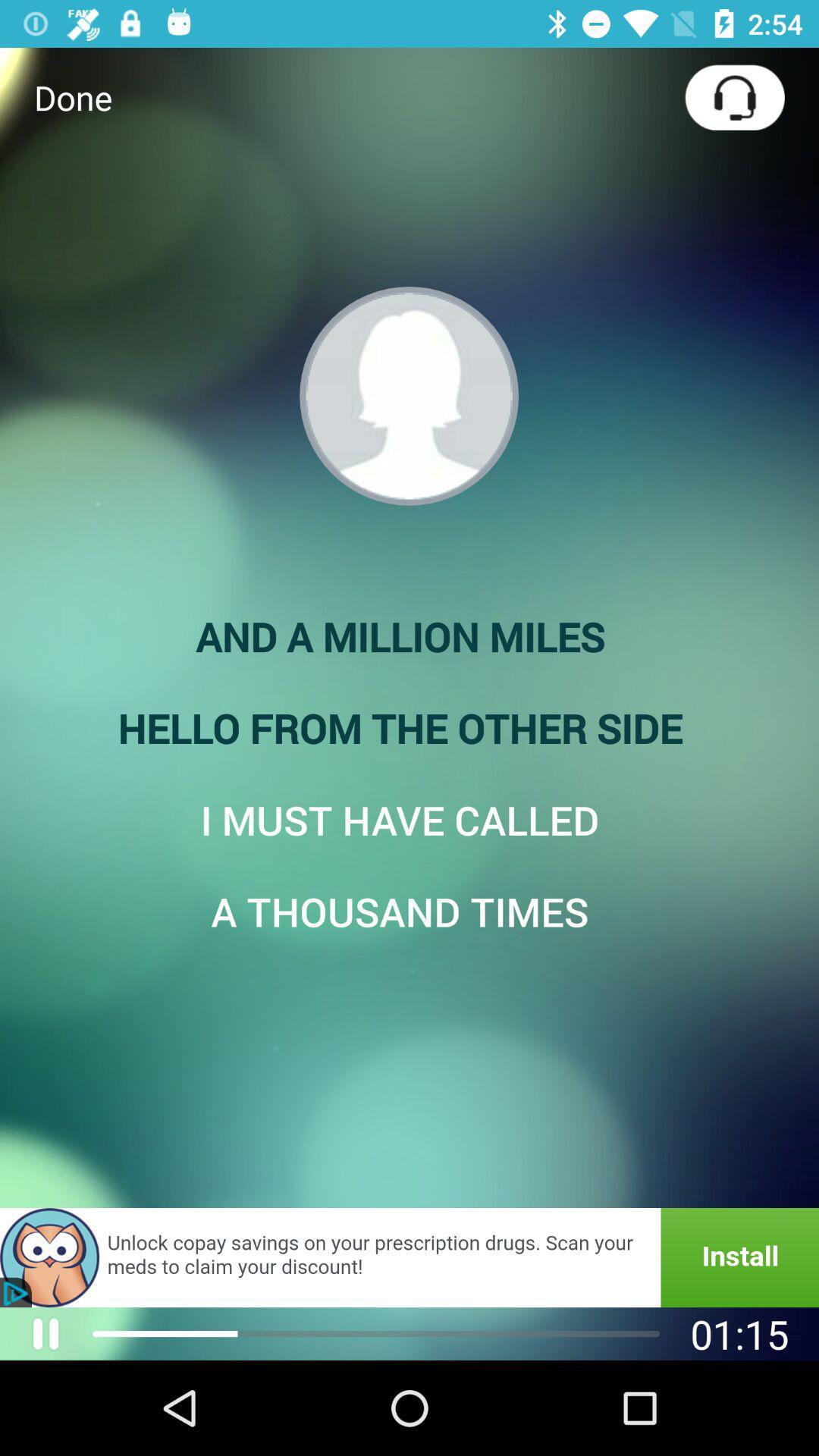  I want to click on the icon to the right of the done app, so click(734, 96).